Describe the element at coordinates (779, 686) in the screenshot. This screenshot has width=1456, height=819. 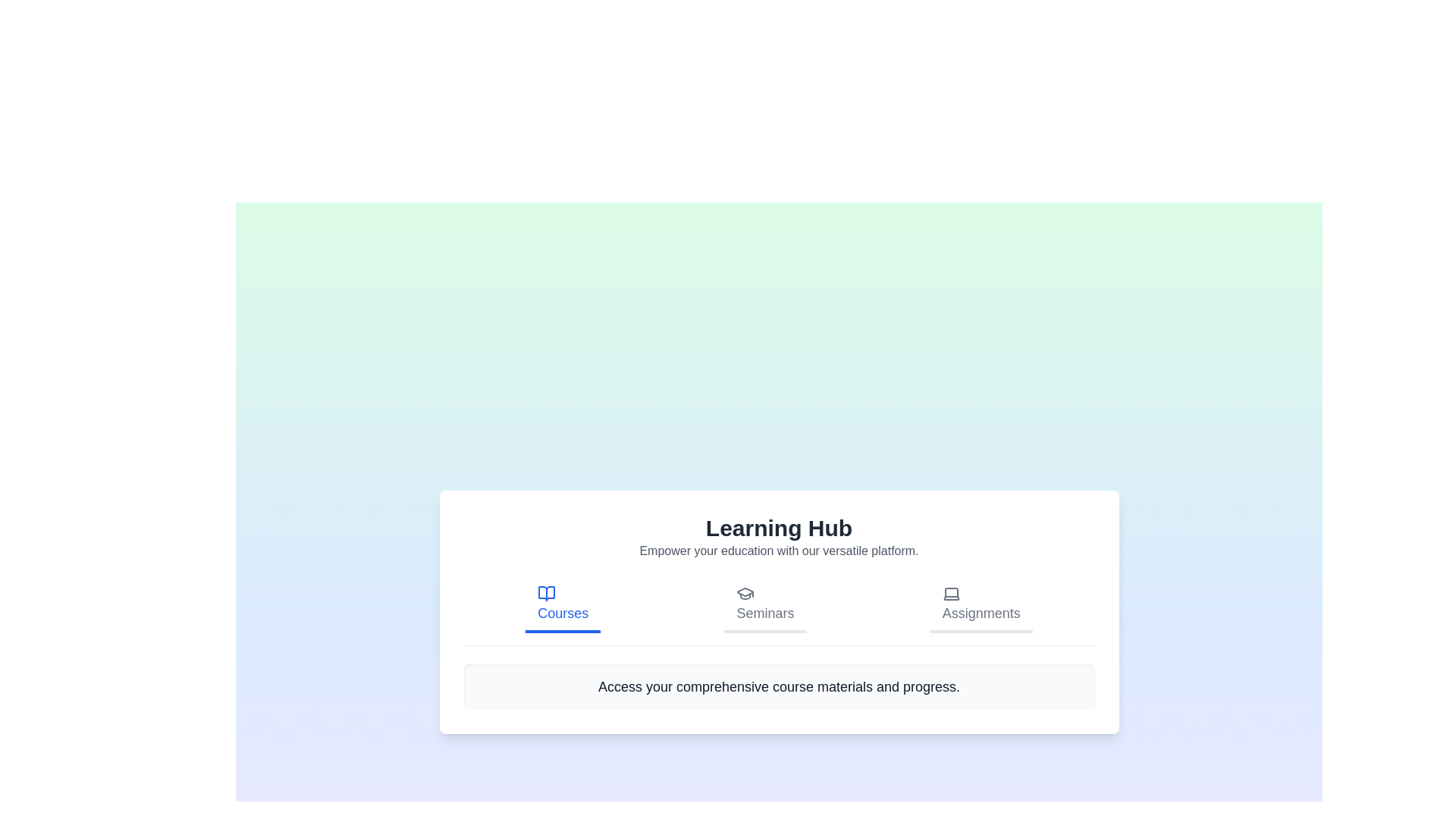
I see `the text that reads 'Access your comprehensive course materials and progress.' which is styled in medium-sized bold font and dark gray color, located in the bottom section of the main interface card` at that location.